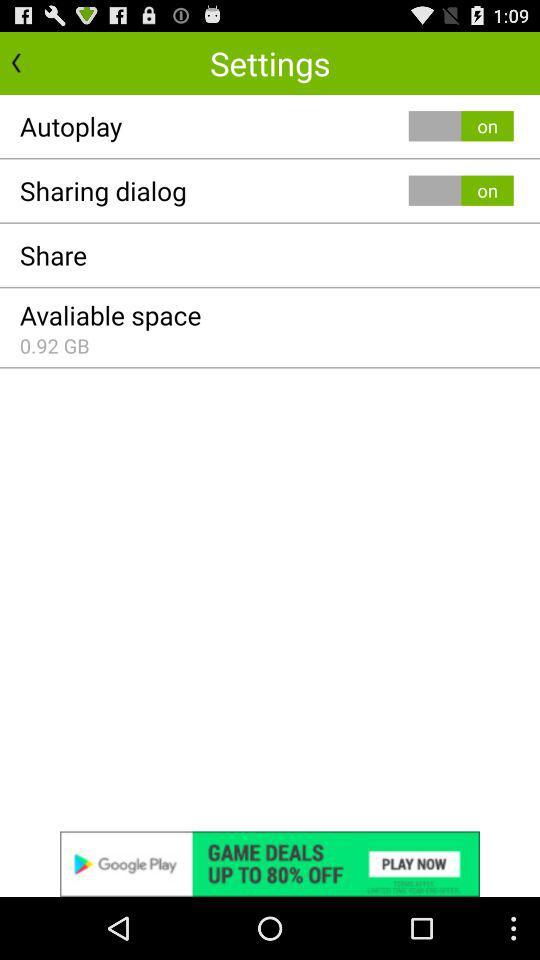 This screenshot has height=960, width=540. What do you see at coordinates (270, 863) in the screenshot?
I see `advertisement` at bounding box center [270, 863].